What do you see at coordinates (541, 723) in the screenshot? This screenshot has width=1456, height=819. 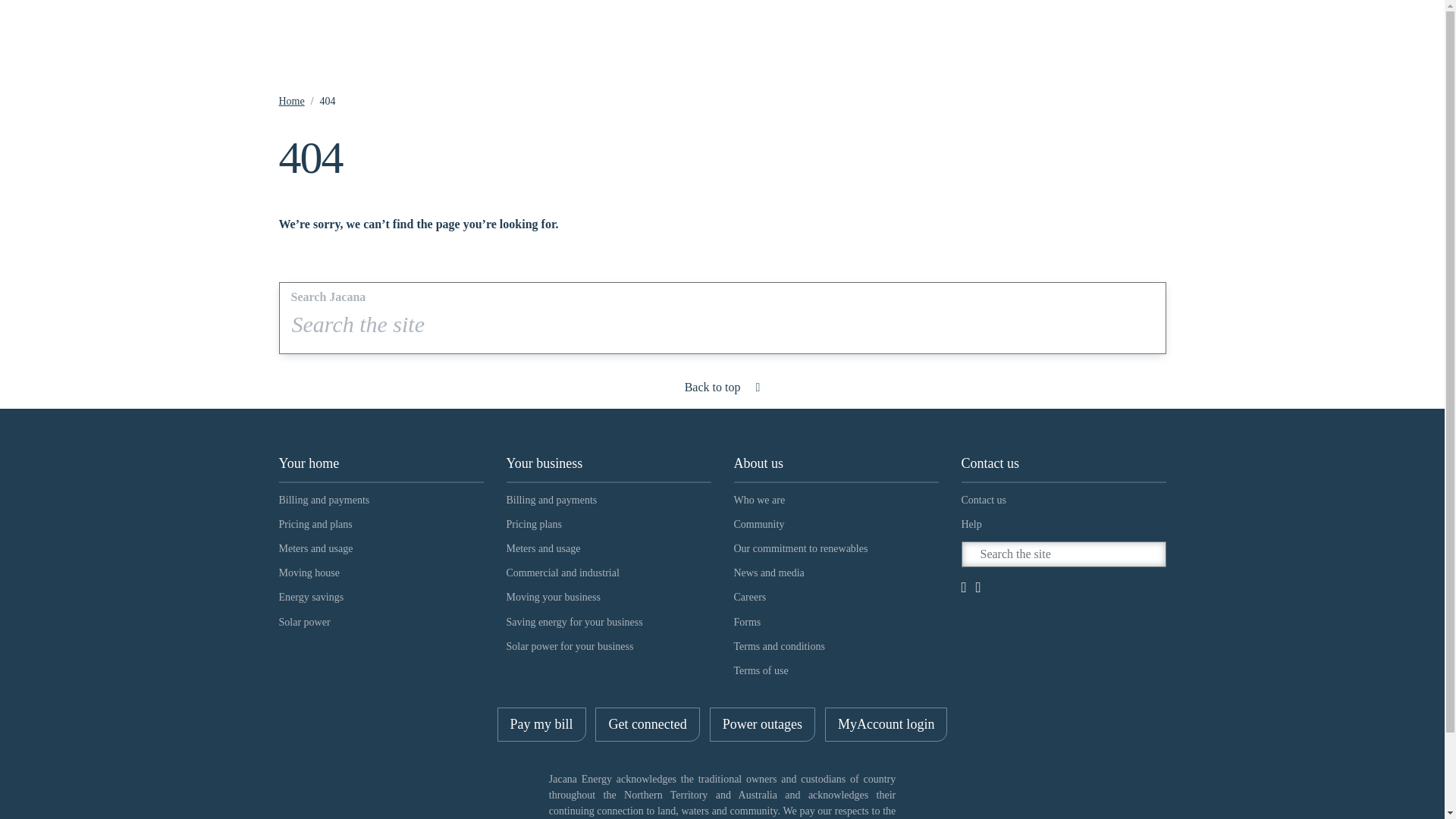 I see `'Pay my bill'` at bounding box center [541, 723].